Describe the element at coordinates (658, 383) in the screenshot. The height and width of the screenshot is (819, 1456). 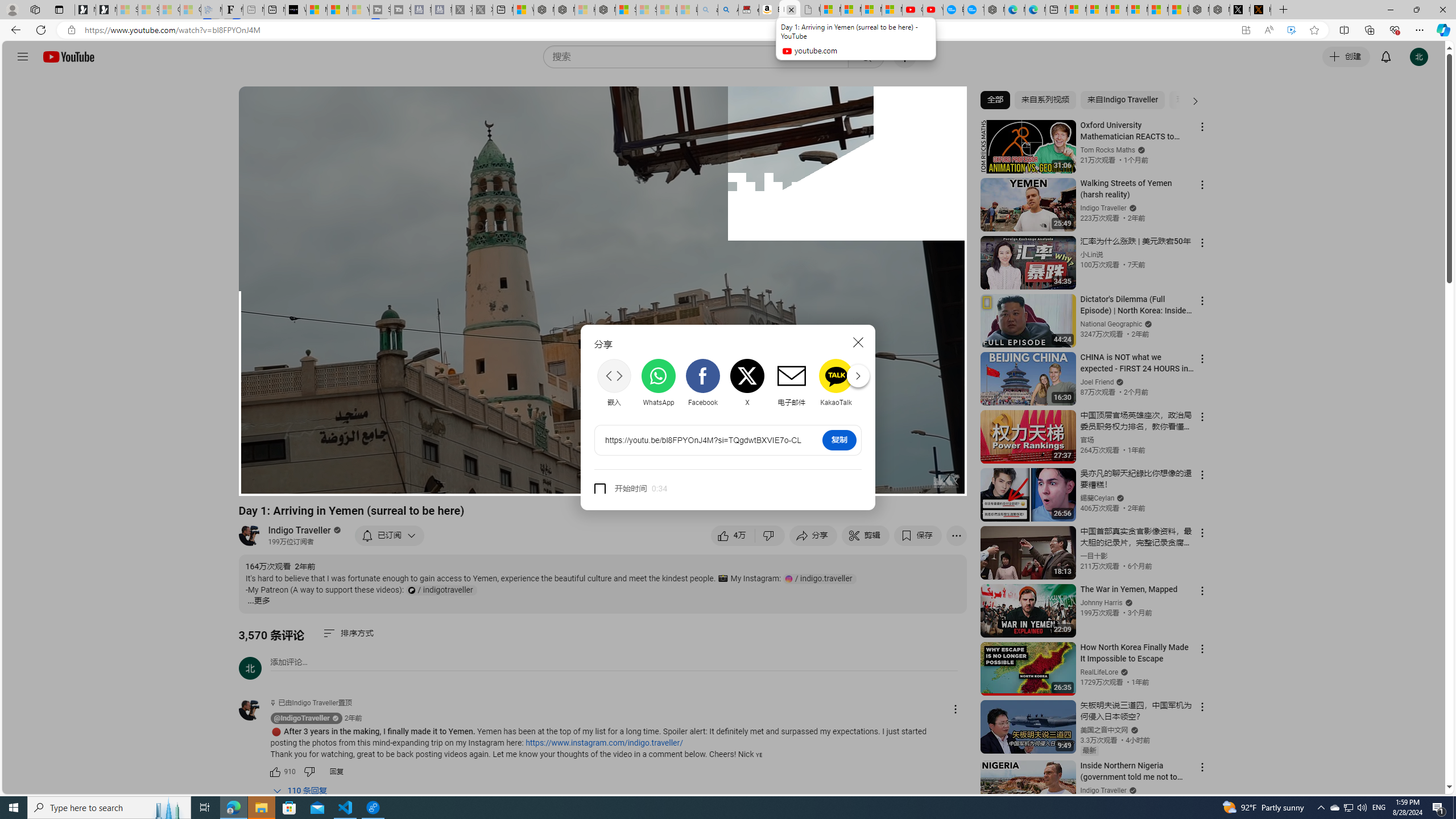
I see `'WhatsApp'` at that location.